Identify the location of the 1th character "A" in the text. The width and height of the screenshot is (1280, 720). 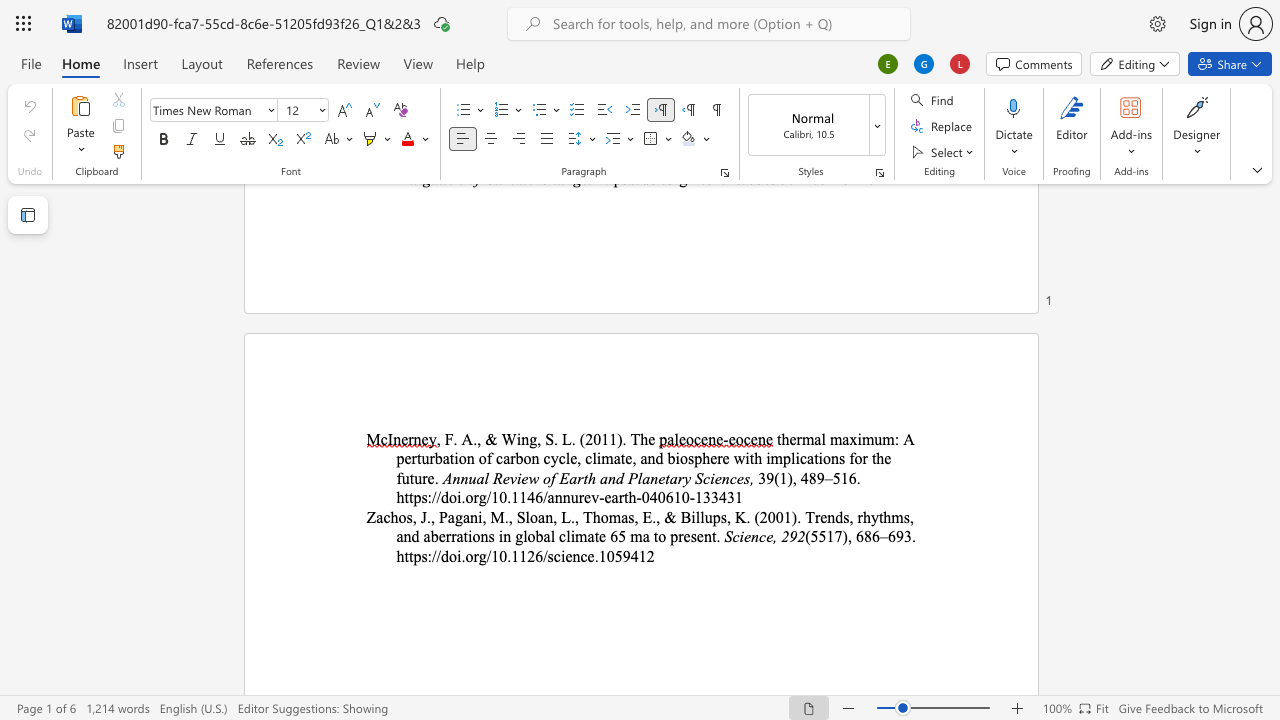
(466, 438).